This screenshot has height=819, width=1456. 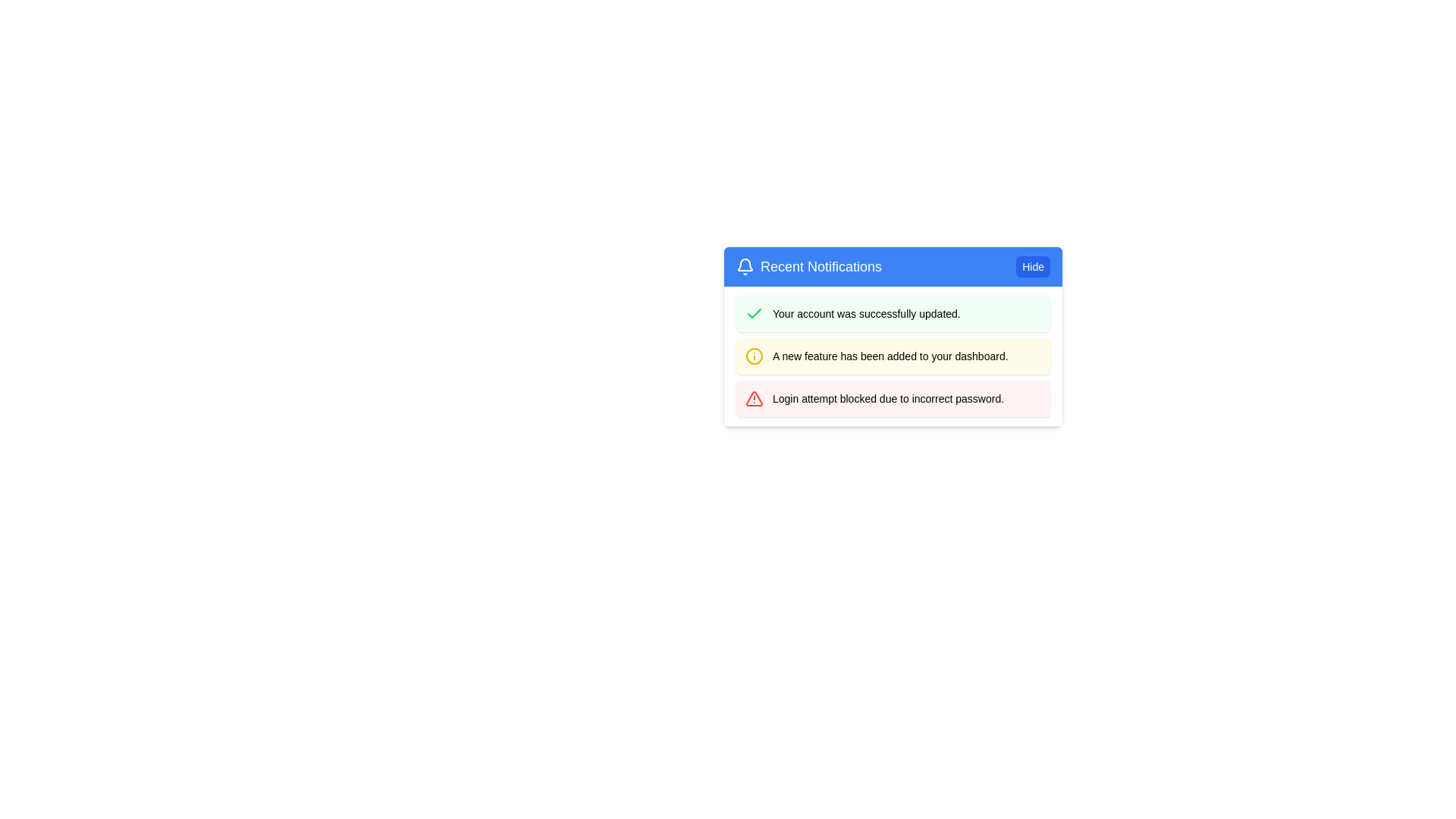 What do you see at coordinates (890, 356) in the screenshot?
I see `the text label that reads 'A new feature has been added to your dashboard.' which is styled with a small font size on a yellow background and located in the second notification row, to the right of a circular alert icon` at bounding box center [890, 356].